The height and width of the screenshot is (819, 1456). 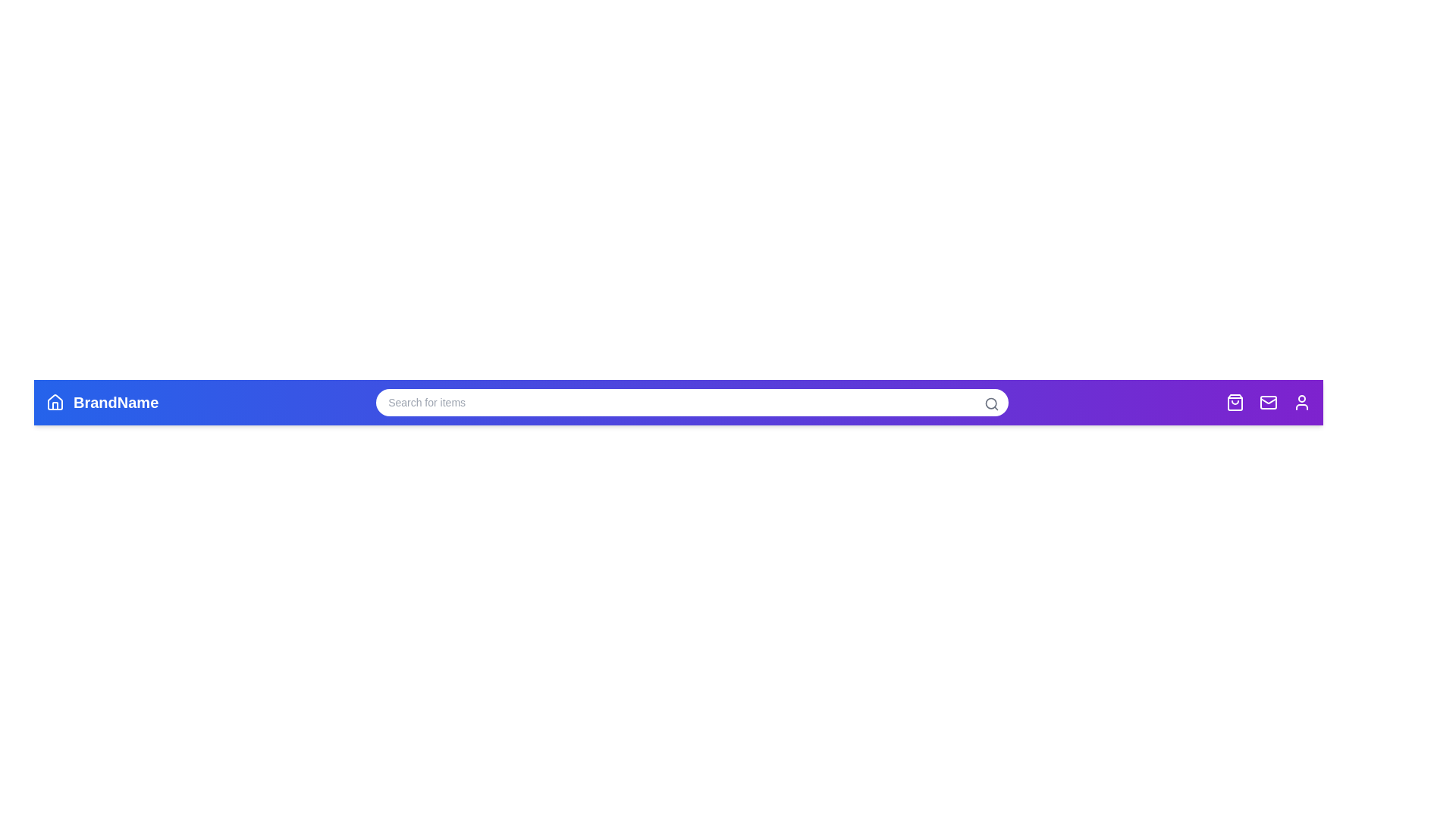 What do you see at coordinates (55, 402) in the screenshot?
I see `the Home navigation icon` at bounding box center [55, 402].